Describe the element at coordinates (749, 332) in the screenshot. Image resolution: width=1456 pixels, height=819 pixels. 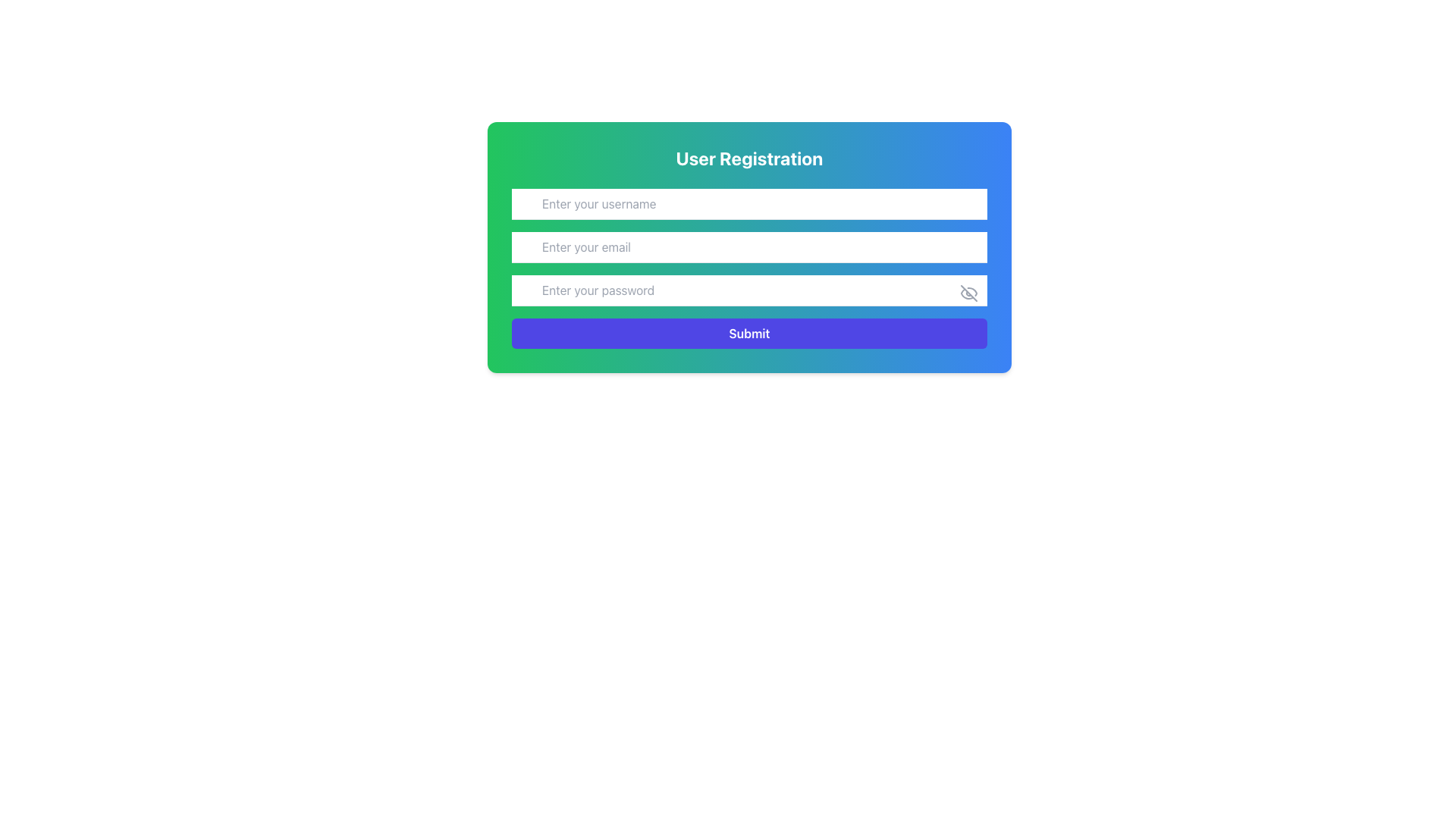
I see `the 'Submit' button, which is a rectangular button with a purple background and white text, located at the bottom of a registration panel, below the input fields` at that location.